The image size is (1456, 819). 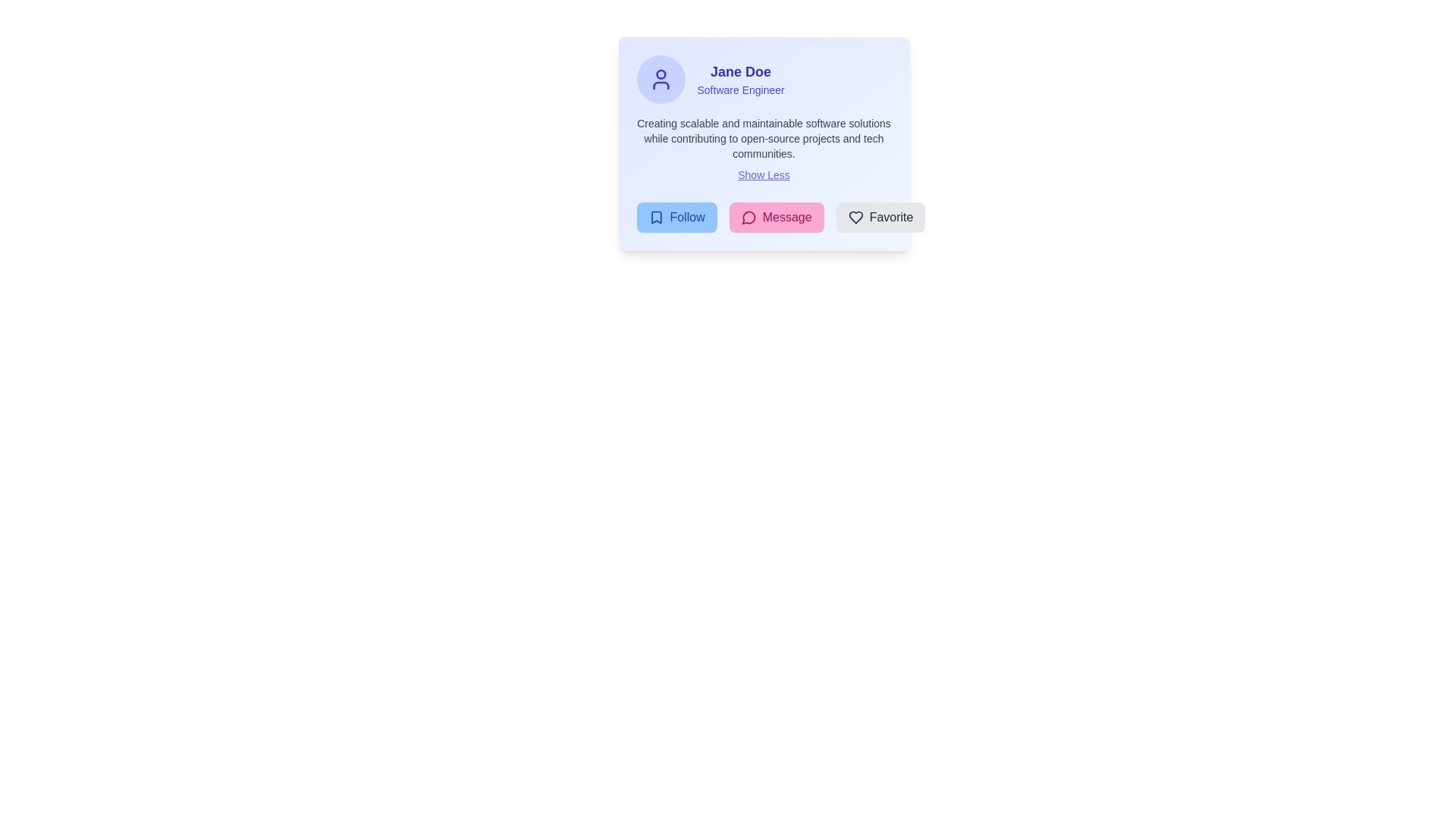 What do you see at coordinates (777, 217) in the screenshot?
I see `the messaging button, which is the second button in a row of three` at bounding box center [777, 217].